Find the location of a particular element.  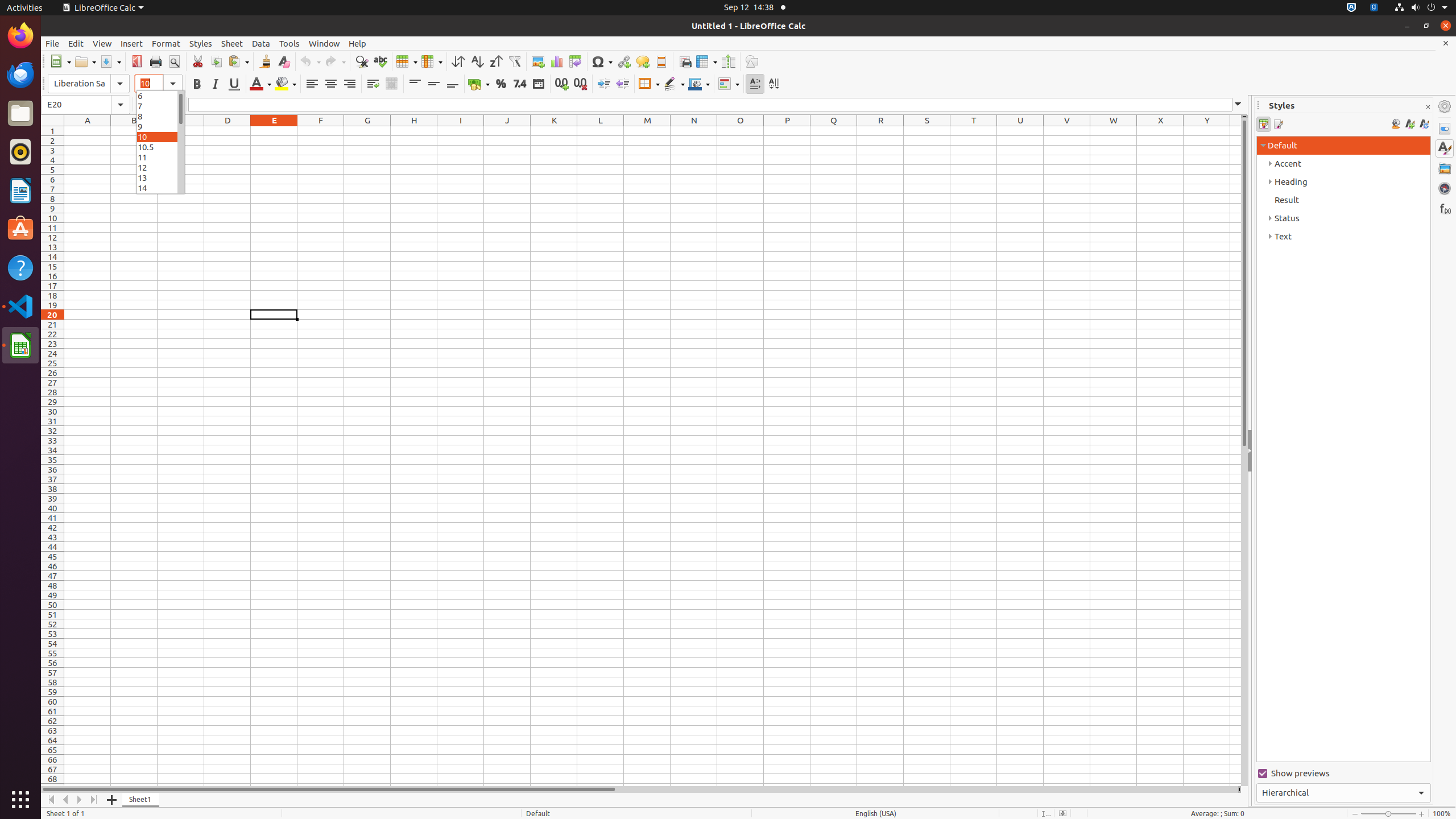

'Text direction from left to right' is located at coordinates (754, 83).